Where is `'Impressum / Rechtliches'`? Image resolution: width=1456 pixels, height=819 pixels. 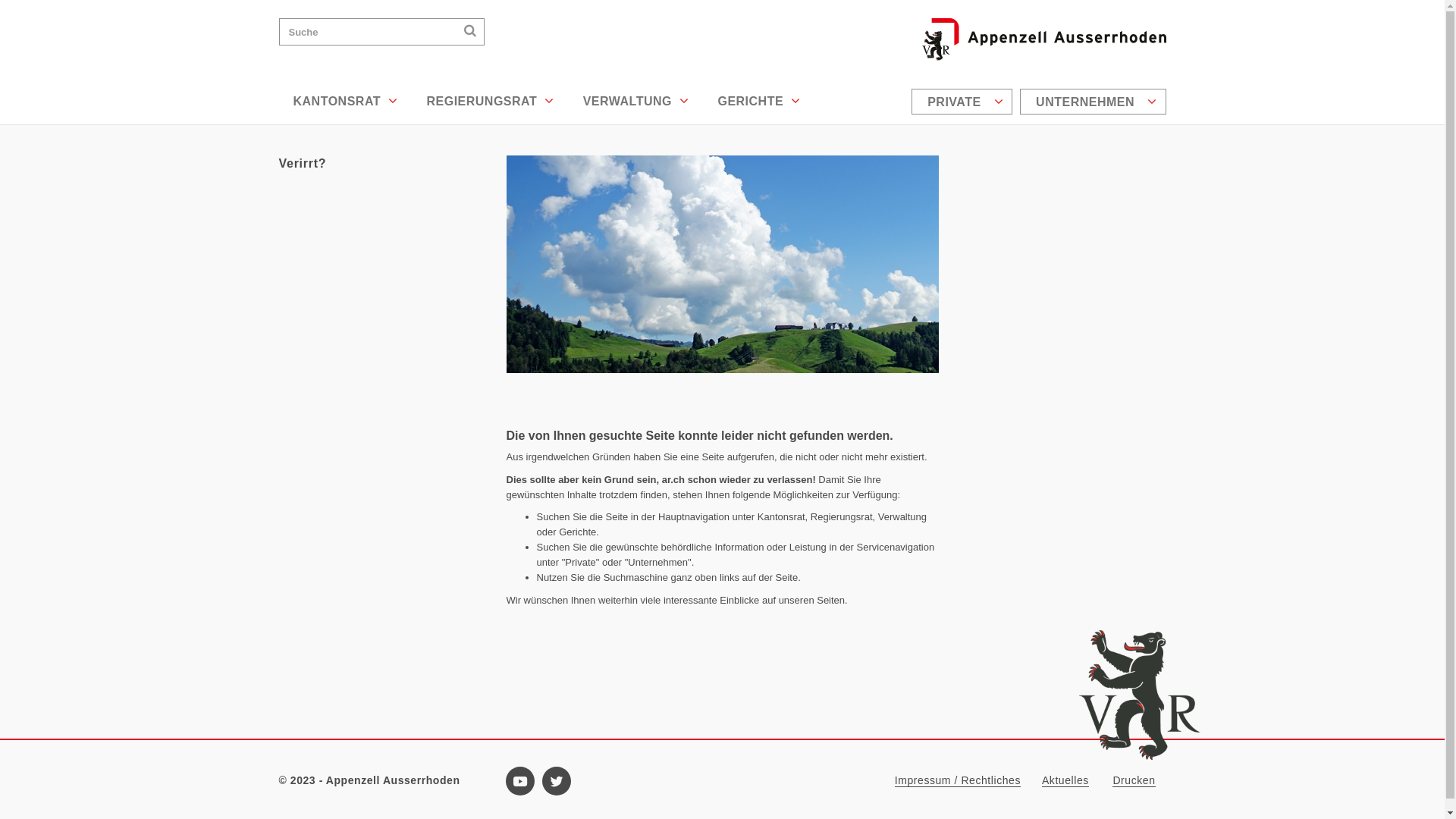 'Impressum / Rechtliches' is located at coordinates (956, 780).